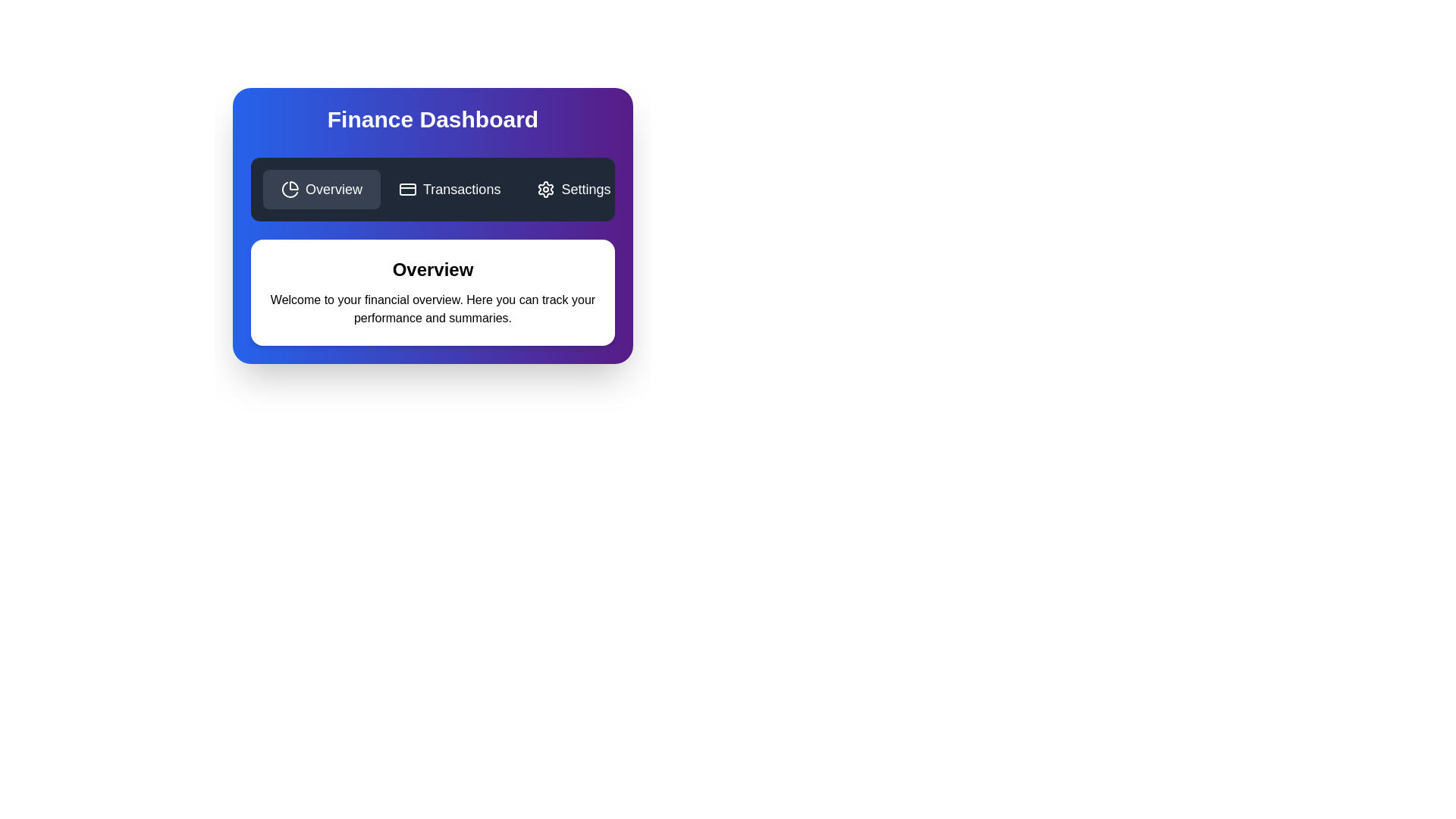  I want to click on the Heading element that serves as a title summarizing the section's content, located below the dark horizontal menu bar and centrally aligned at the top of the section, so click(432, 268).